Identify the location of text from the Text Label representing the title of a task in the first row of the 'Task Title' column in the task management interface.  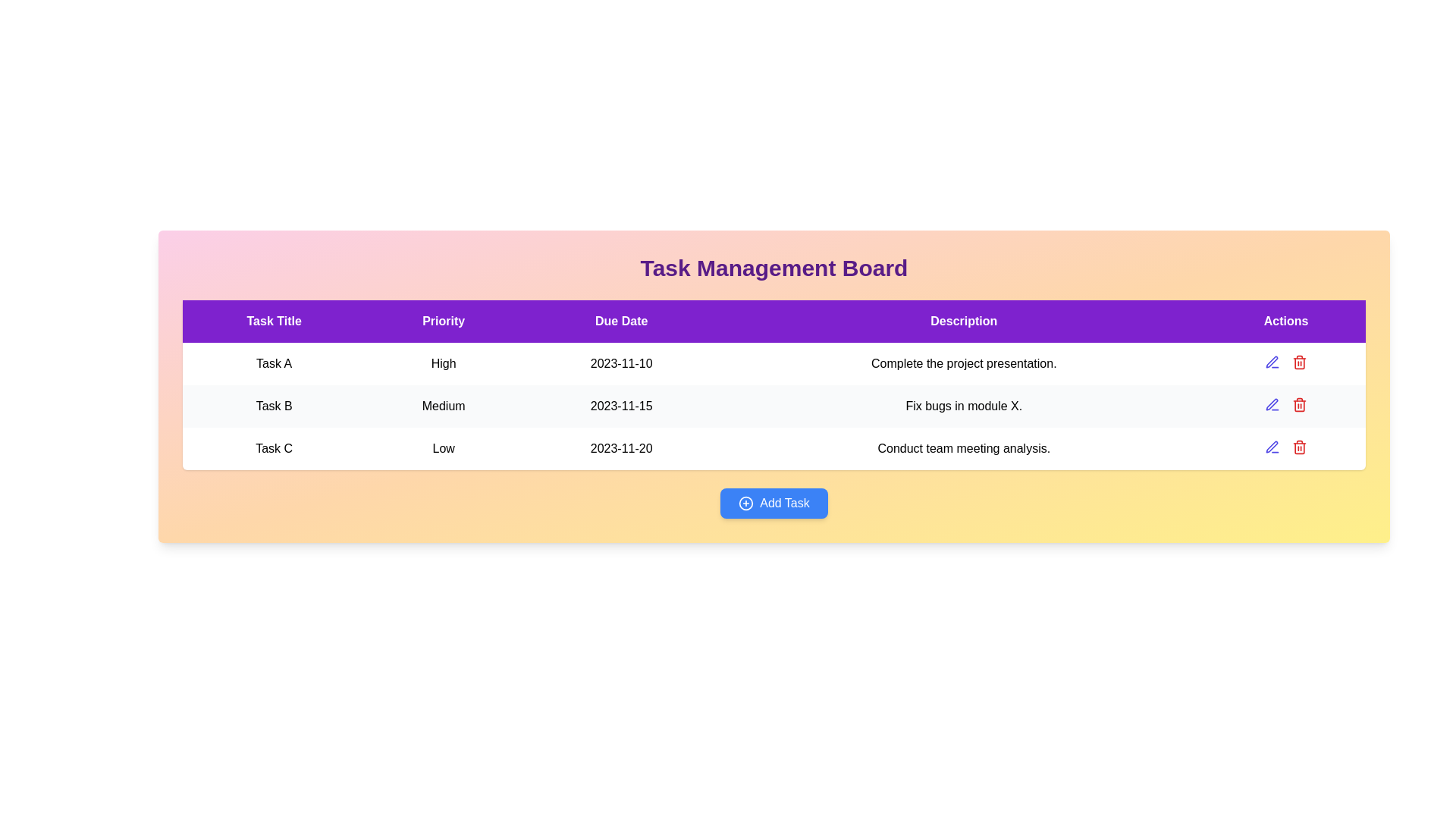
(274, 363).